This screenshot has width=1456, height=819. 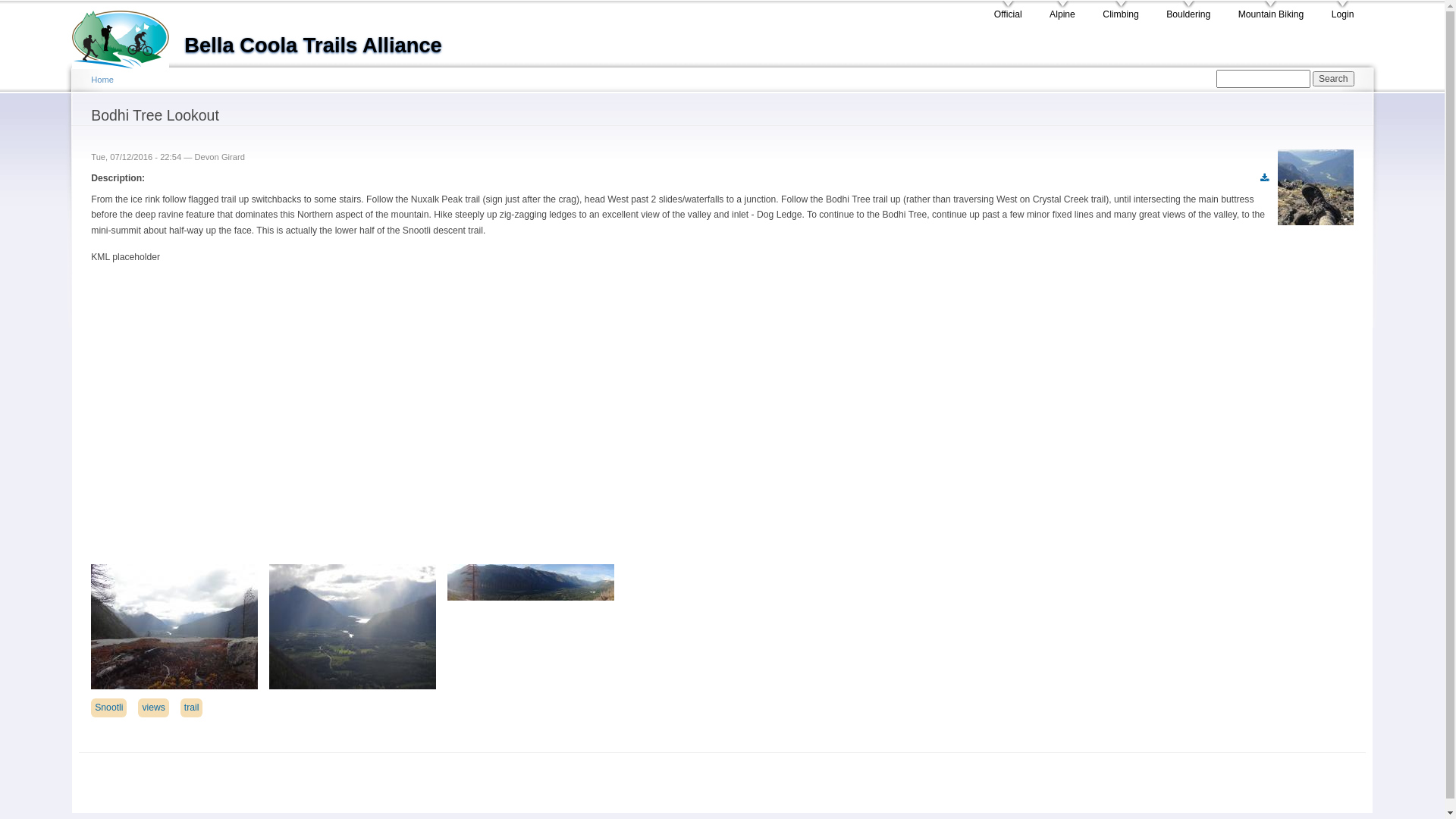 What do you see at coordinates (127, 34) in the screenshot?
I see `'Bella Coola Trails Alliance '` at bounding box center [127, 34].